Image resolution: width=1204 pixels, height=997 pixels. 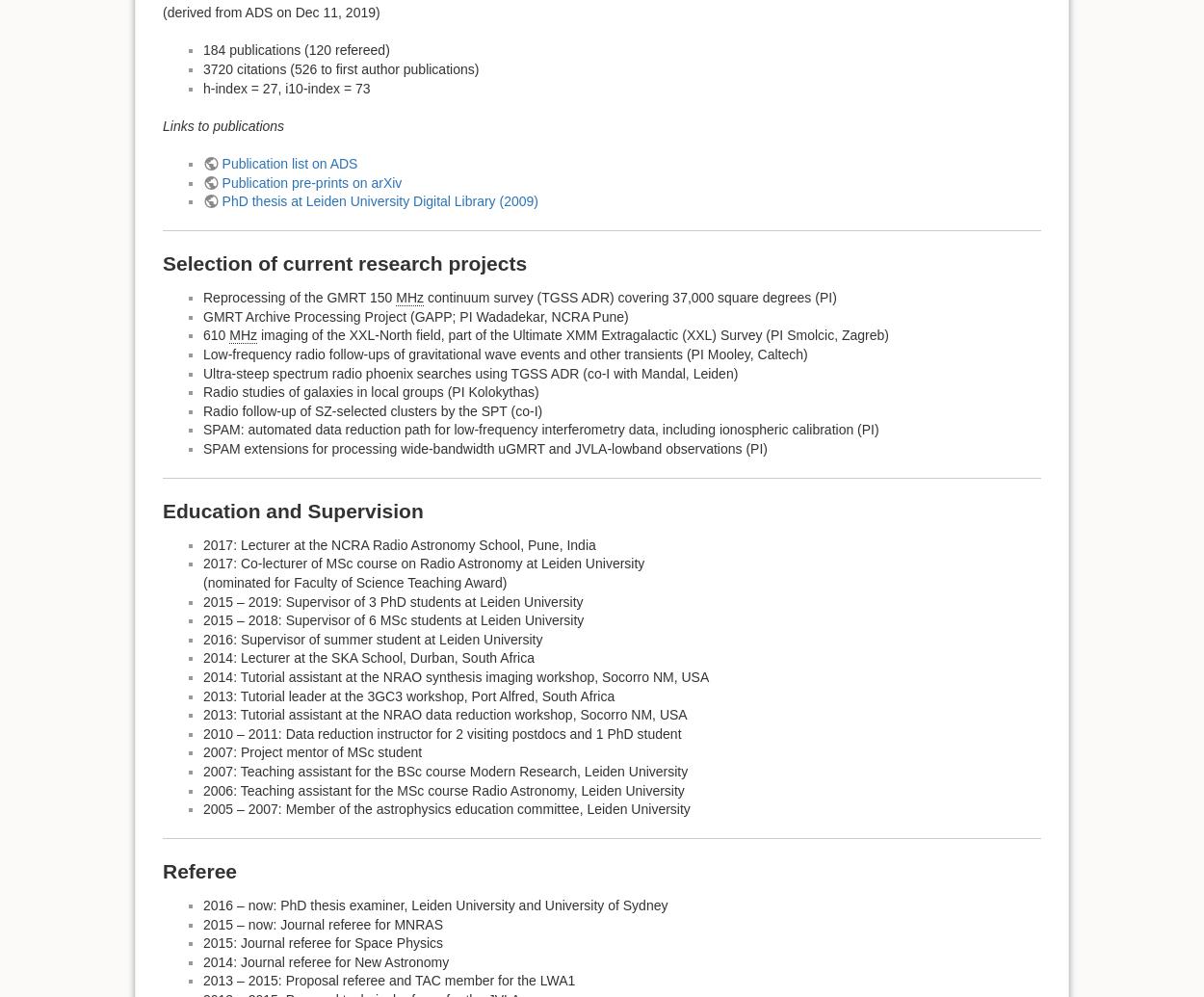 What do you see at coordinates (293, 509) in the screenshot?
I see `'Education and Supervision'` at bounding box center [293, 509].